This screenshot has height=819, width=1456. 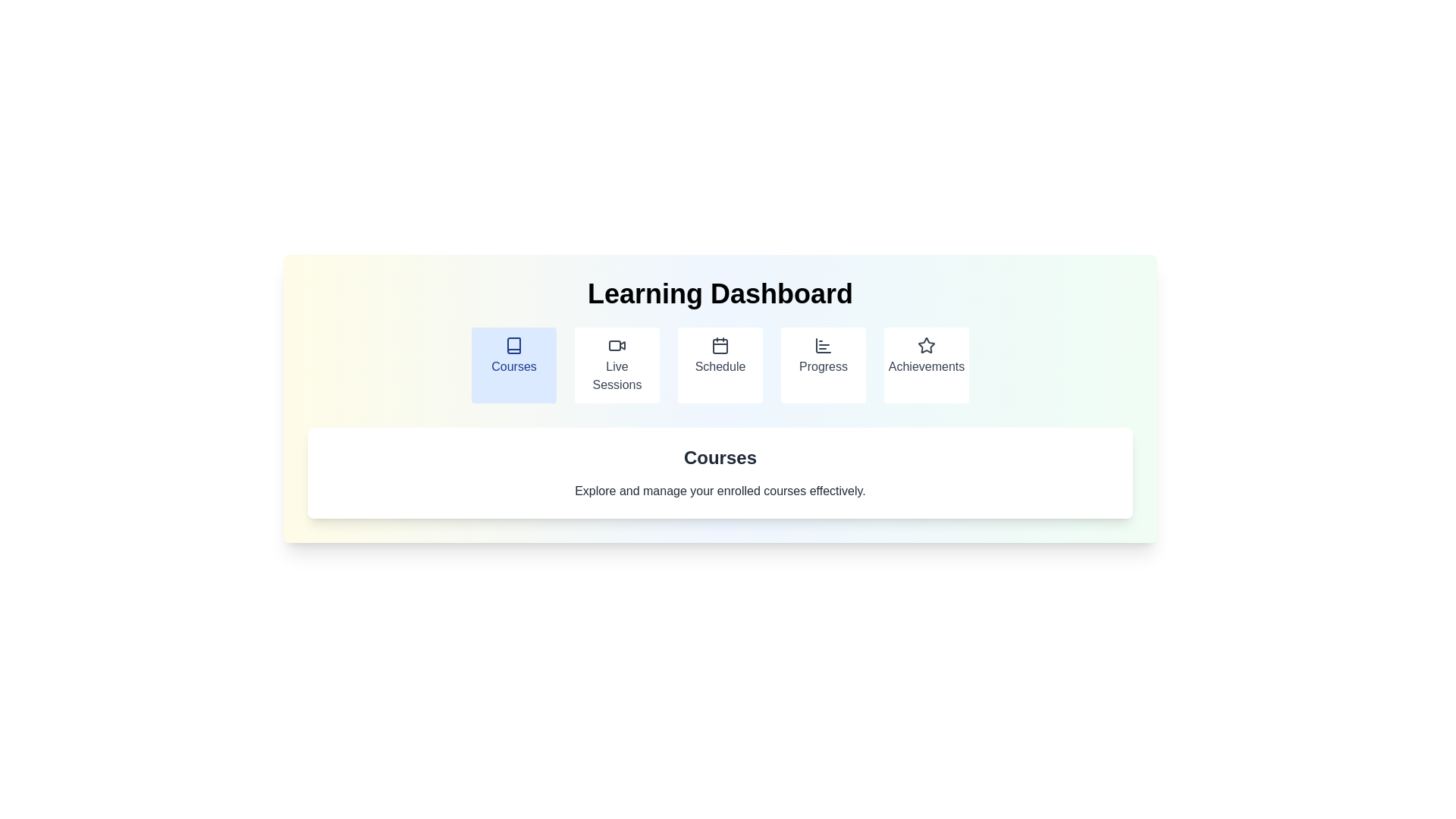 What do you see at coordinates (617, 375) in the screenshot?
I see `the Text label for the Live Sessions navigation button, which is positioned below a video icon and is the second element in a horizontally aligned menu` at bounding box center [617, 375].